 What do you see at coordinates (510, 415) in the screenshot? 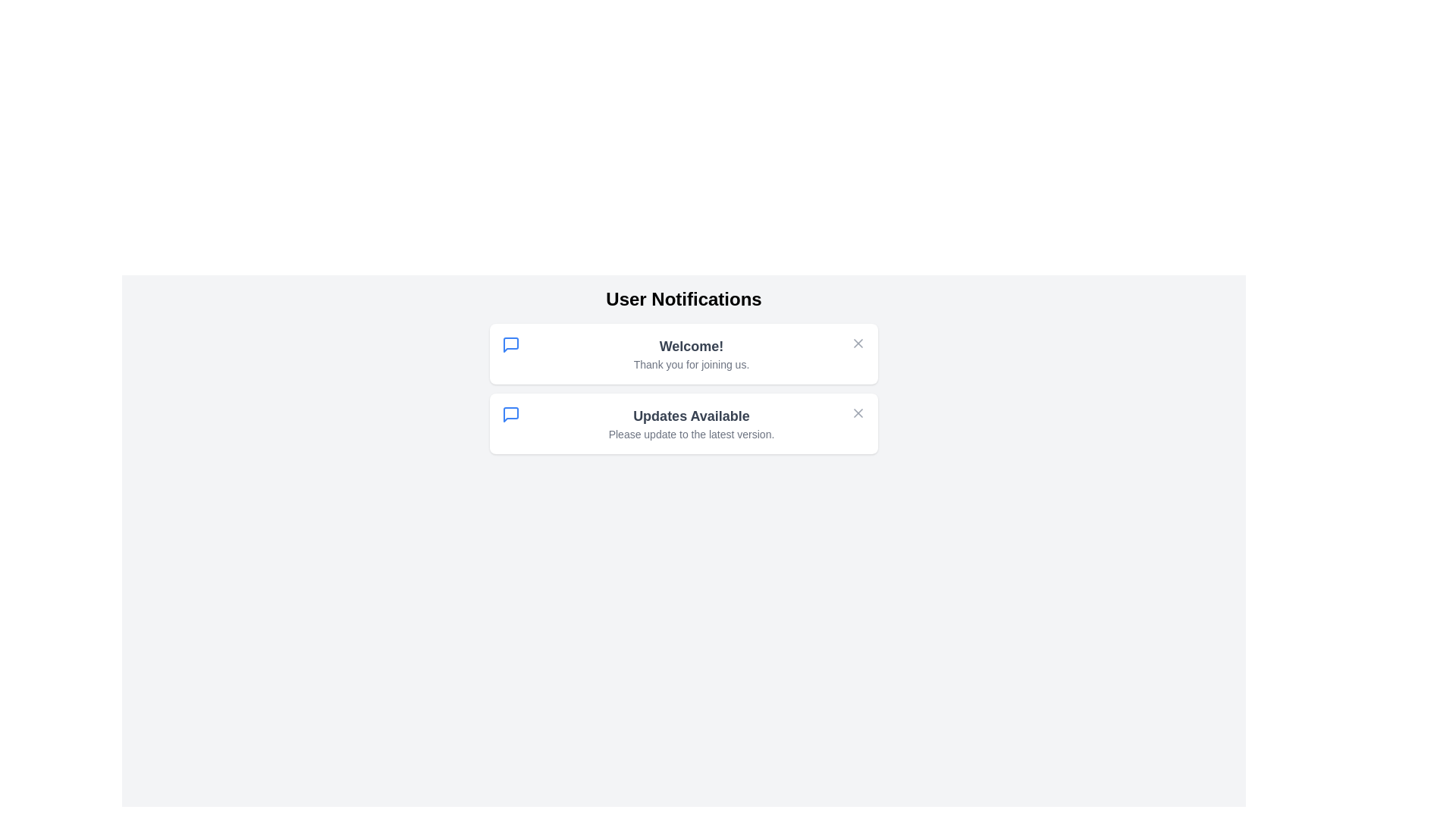
I see `the notification icon in the lower notification box that indicates 'Updates Available'` at bounding box center [510, 415].